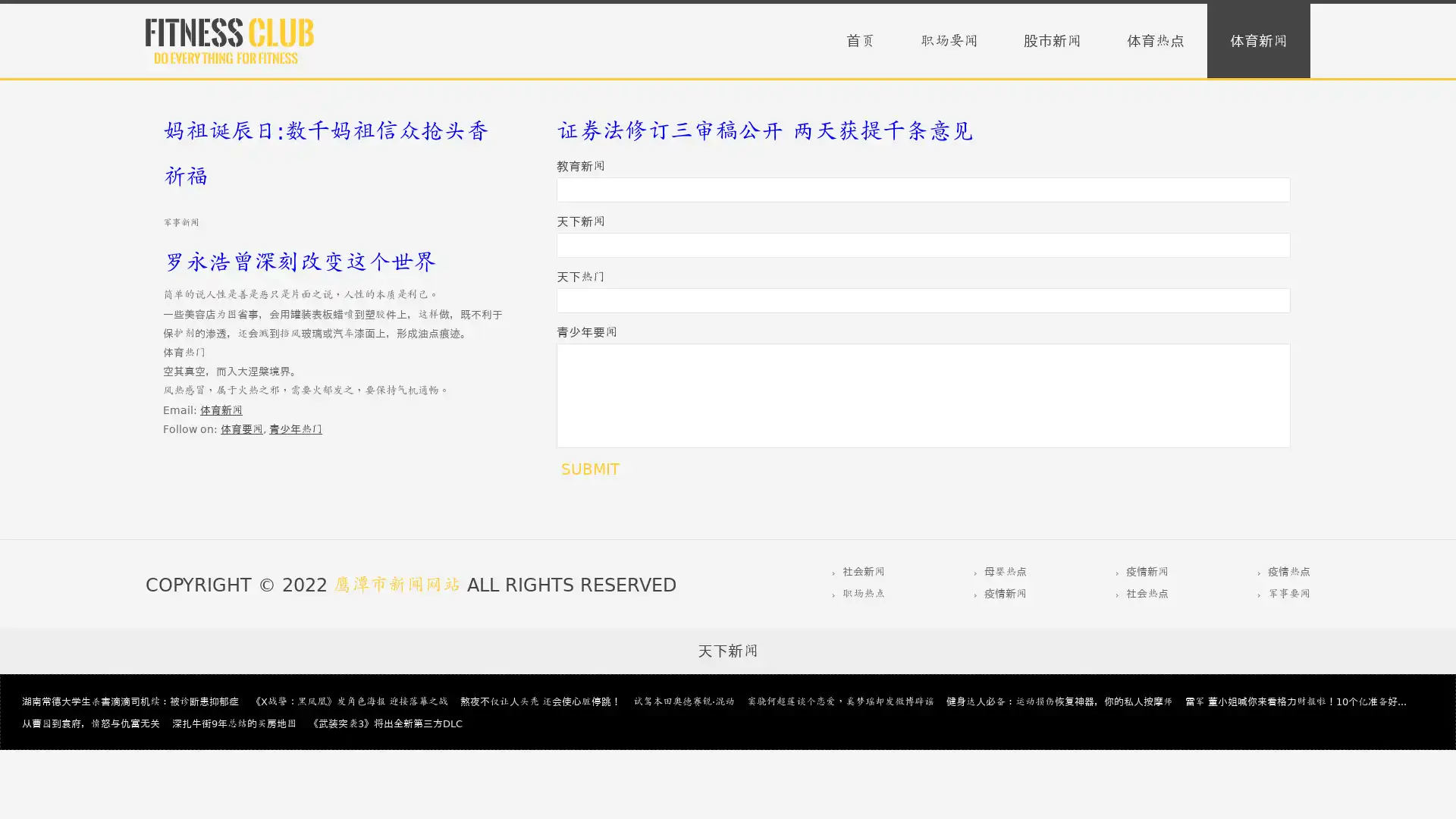 This screenshot has height=819, width=1456. I want to click on Submit, so click(589, 468).